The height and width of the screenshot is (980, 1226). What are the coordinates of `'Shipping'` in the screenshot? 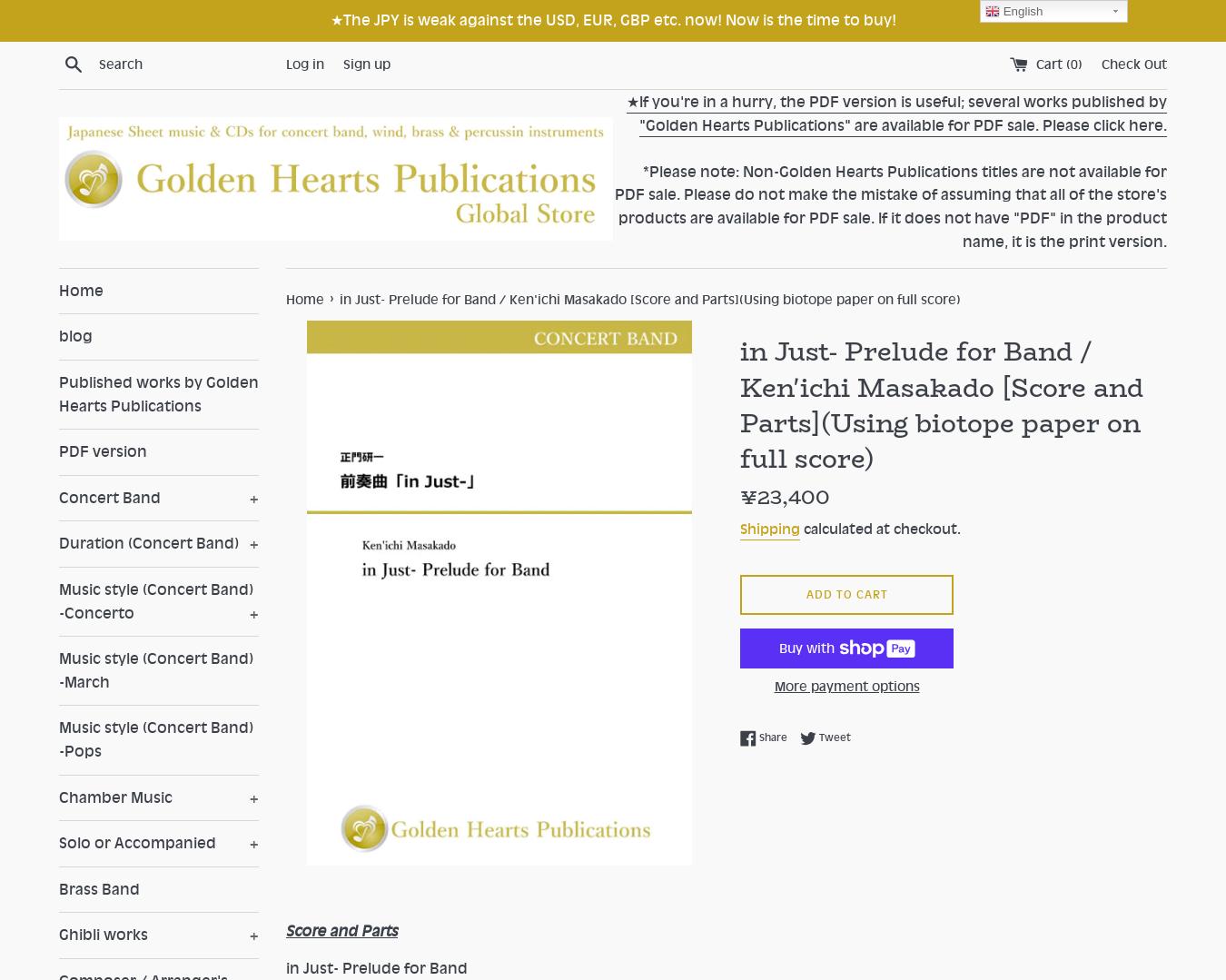 It's located at (769, 529).